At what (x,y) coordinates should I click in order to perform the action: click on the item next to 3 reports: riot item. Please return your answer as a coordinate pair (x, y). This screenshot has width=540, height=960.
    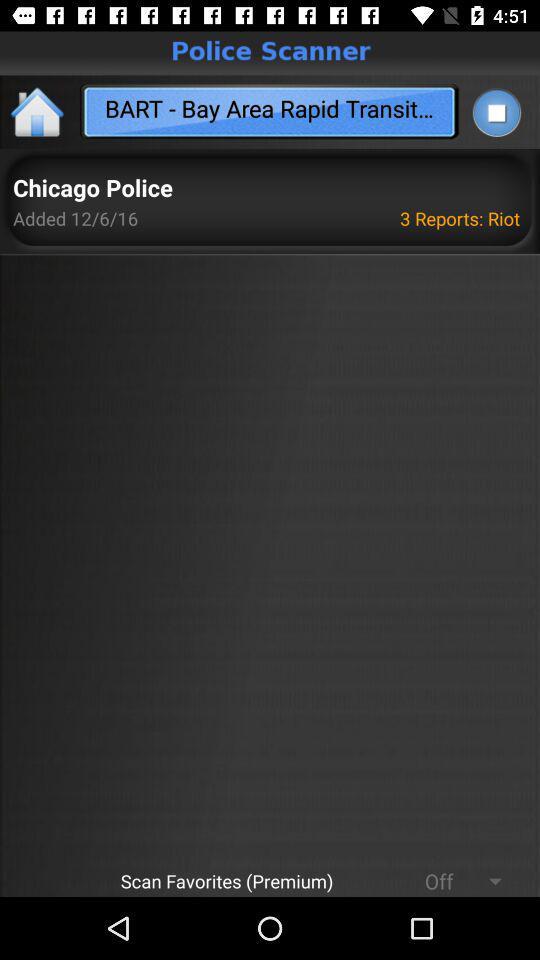
    Looking at the image, I should click on (91, 189).